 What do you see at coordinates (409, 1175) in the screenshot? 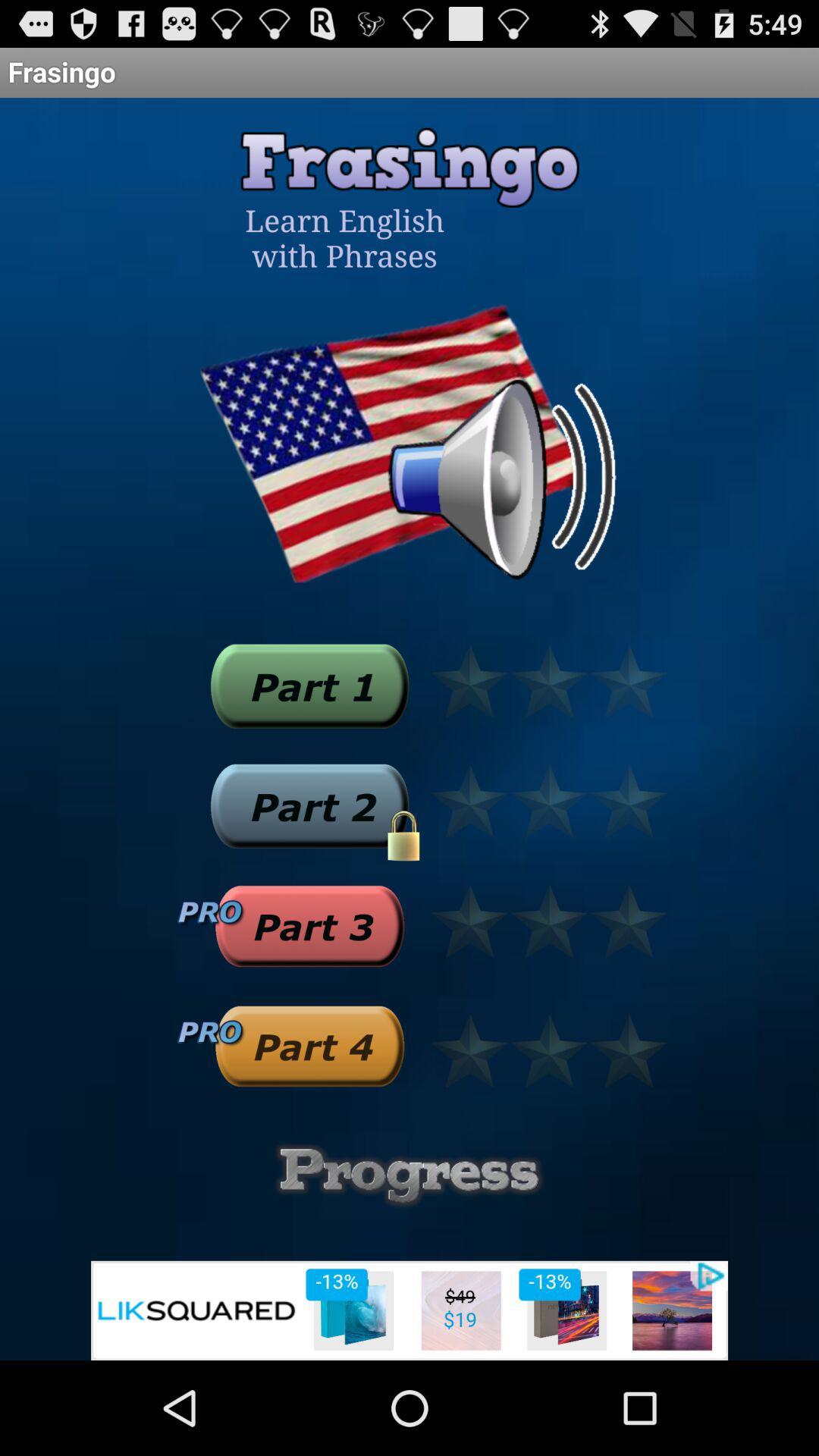
I see `progress indicator` at bounding box center [409, 1175].